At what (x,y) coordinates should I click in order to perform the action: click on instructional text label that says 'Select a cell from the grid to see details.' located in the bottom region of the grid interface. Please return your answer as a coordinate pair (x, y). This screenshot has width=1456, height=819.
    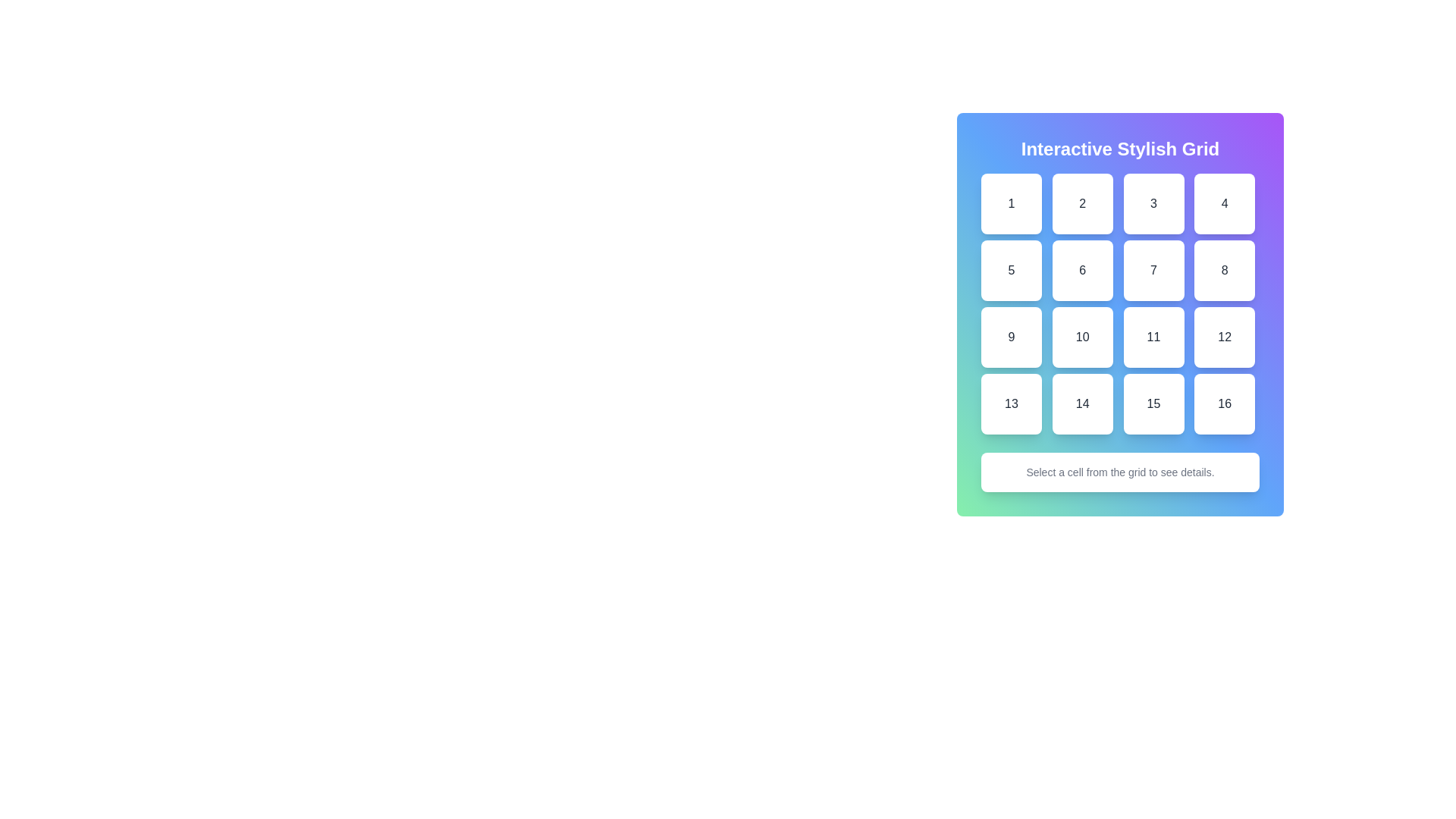
    Looking at the image, I should click on (1120, 472).